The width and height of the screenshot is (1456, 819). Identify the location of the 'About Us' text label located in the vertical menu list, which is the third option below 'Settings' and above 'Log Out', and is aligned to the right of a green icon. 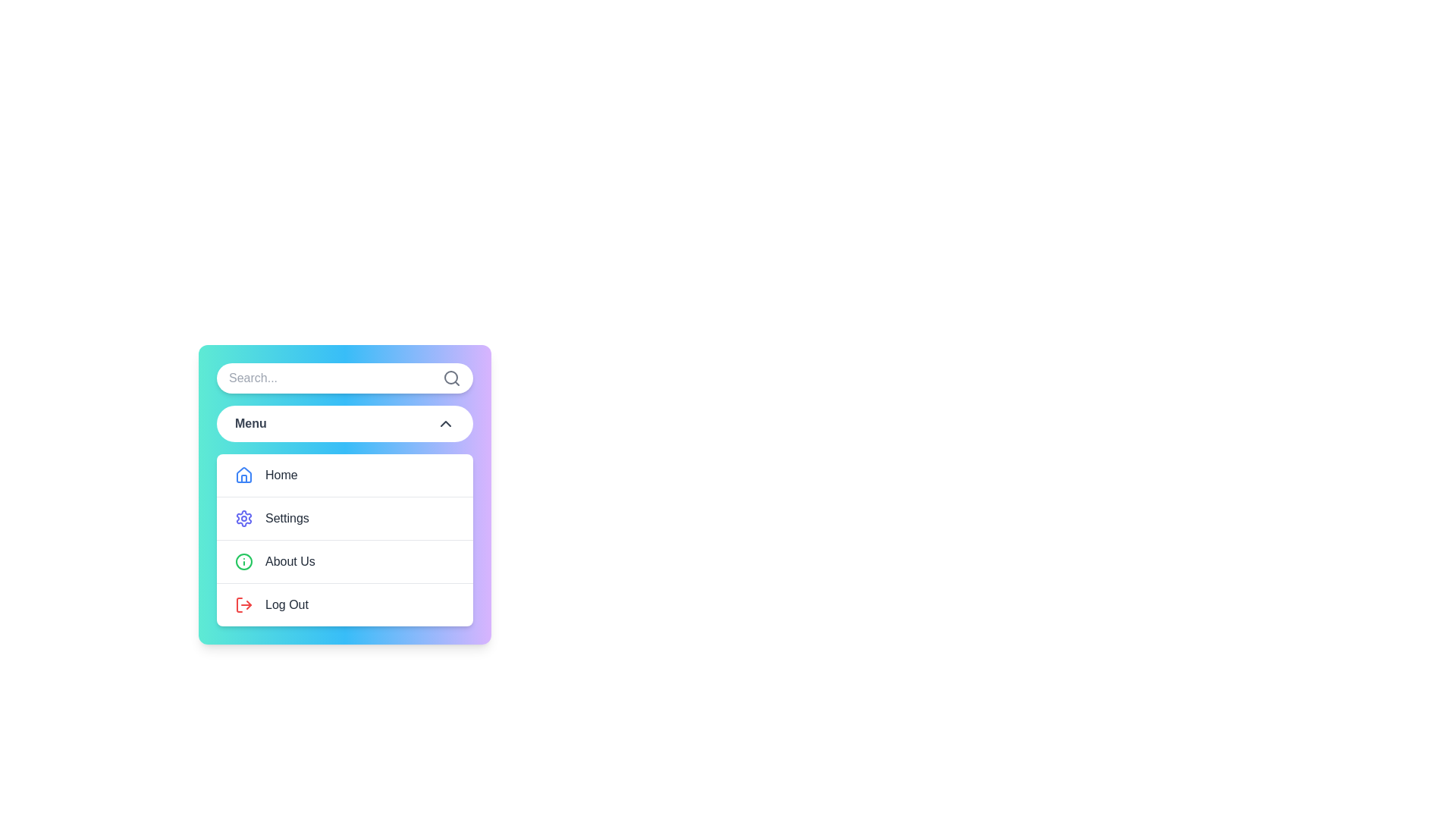
(290, 561).